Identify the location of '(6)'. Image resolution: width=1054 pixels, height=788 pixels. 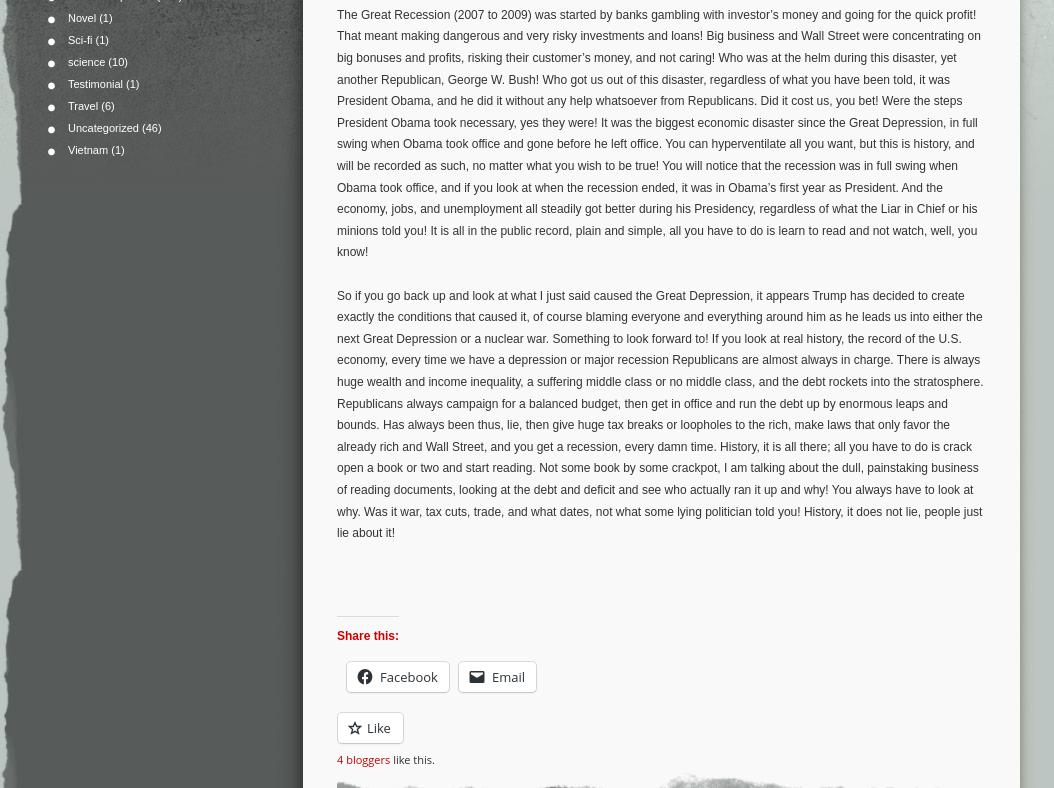
(106, 105).